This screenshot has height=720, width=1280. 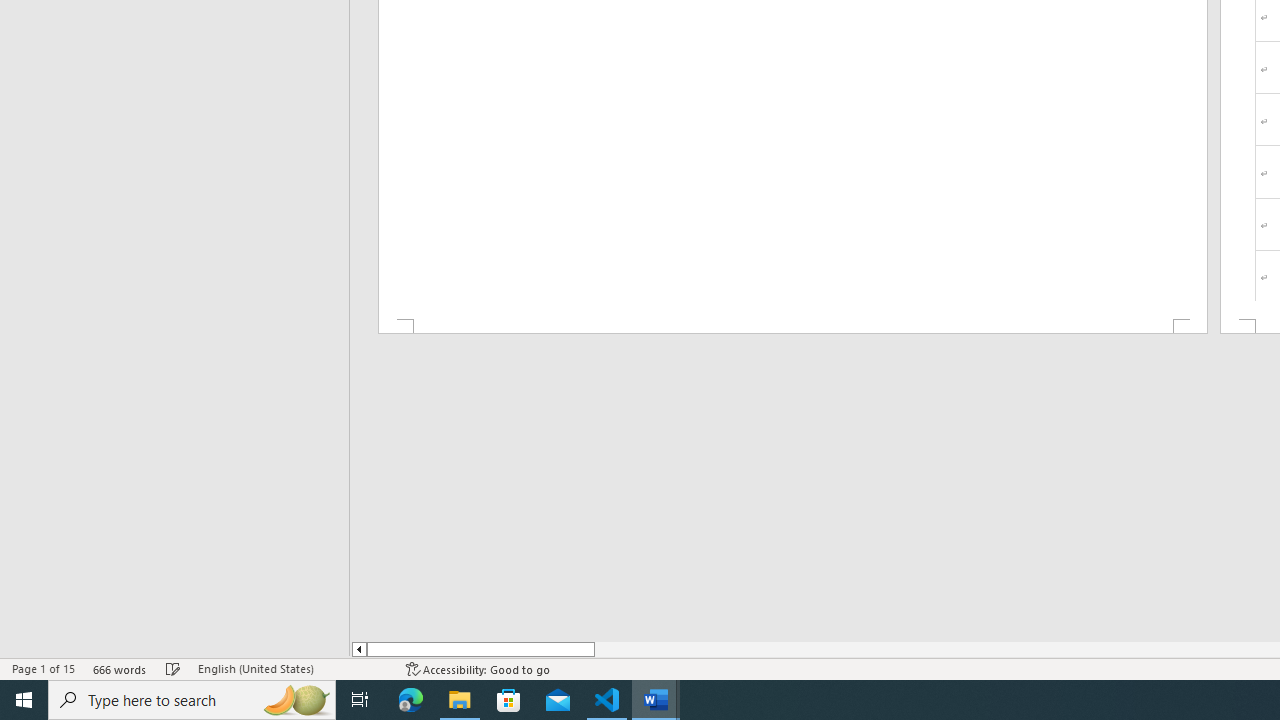 I want to click on 'Page Number Page 1 of 15', so click(x=43, y=669).